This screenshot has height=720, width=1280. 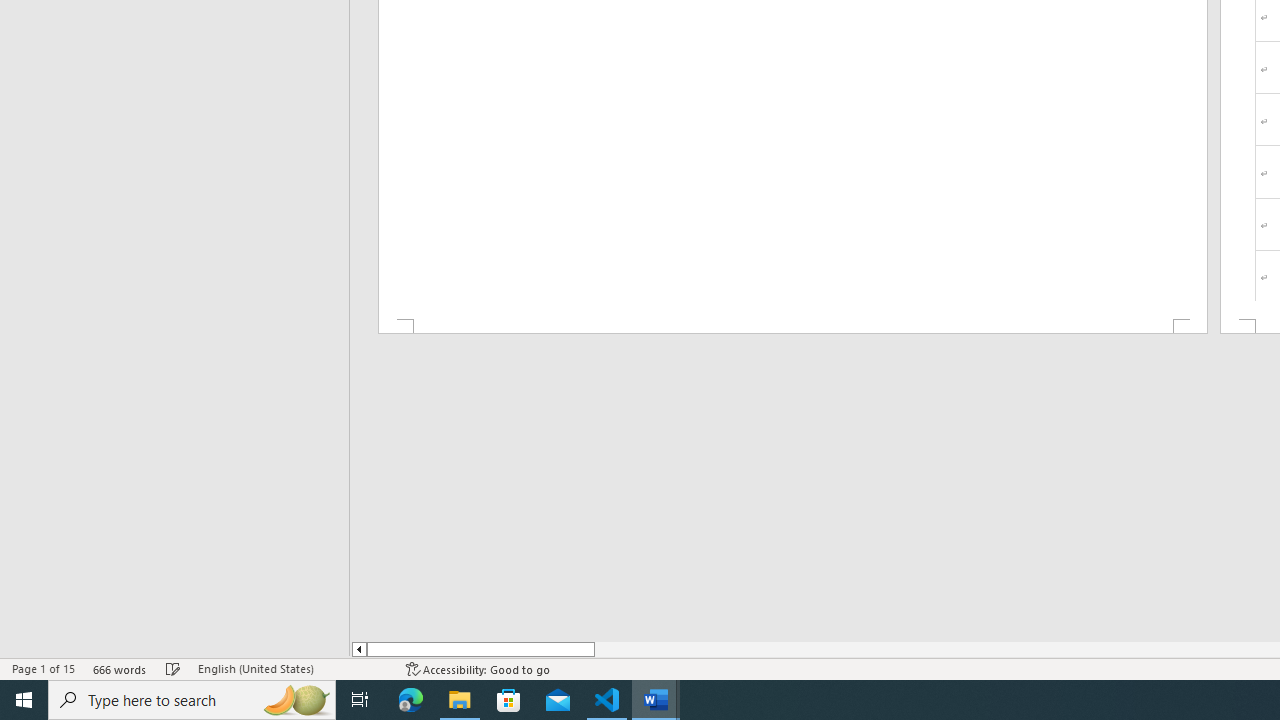 I want to click on 'Page Number Page 1 of 15', so click(x=43, y=669).